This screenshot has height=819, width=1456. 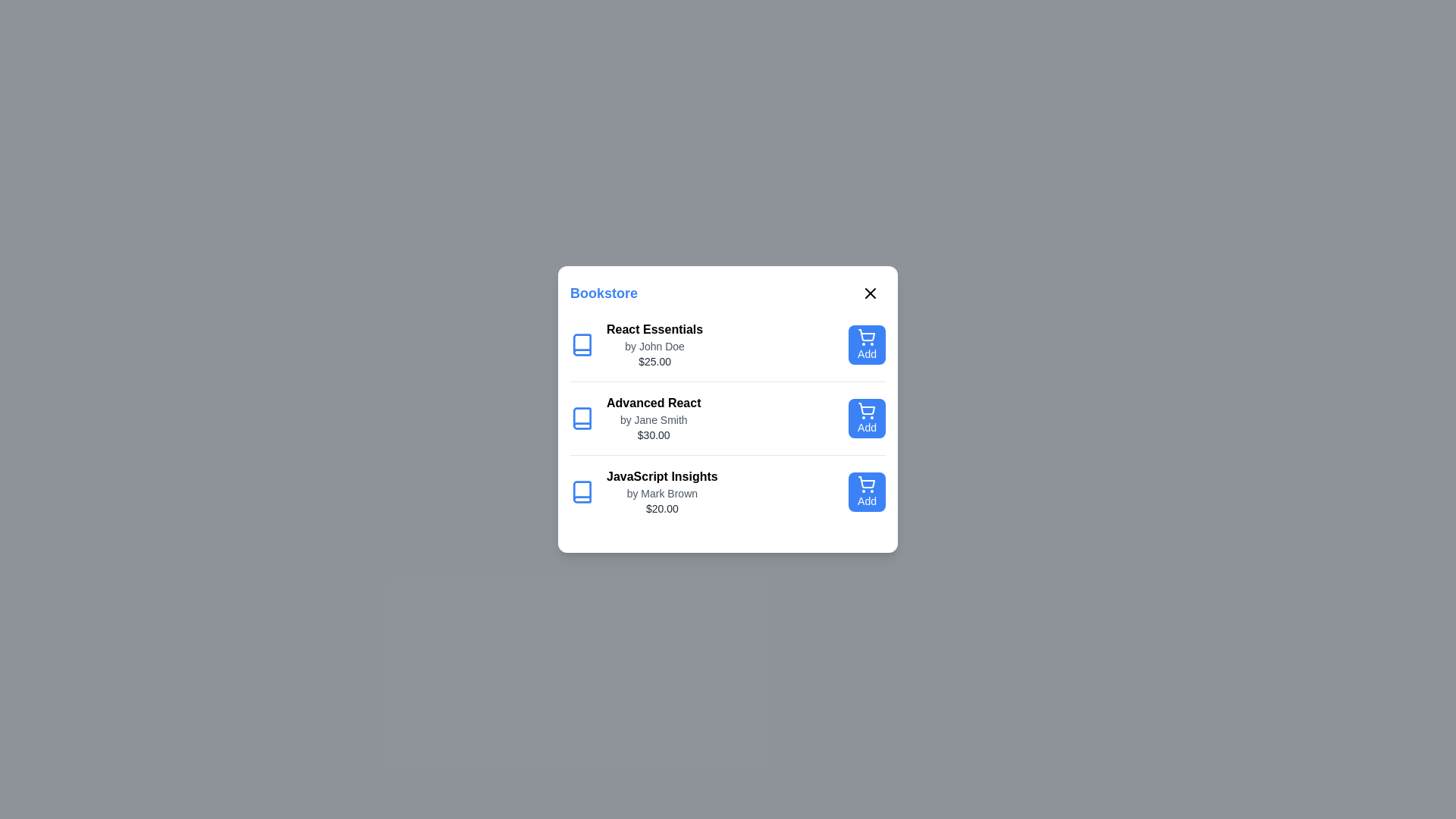 I want to click on the close button in the top-right corner of the dialog, so click(x=870, y=293).